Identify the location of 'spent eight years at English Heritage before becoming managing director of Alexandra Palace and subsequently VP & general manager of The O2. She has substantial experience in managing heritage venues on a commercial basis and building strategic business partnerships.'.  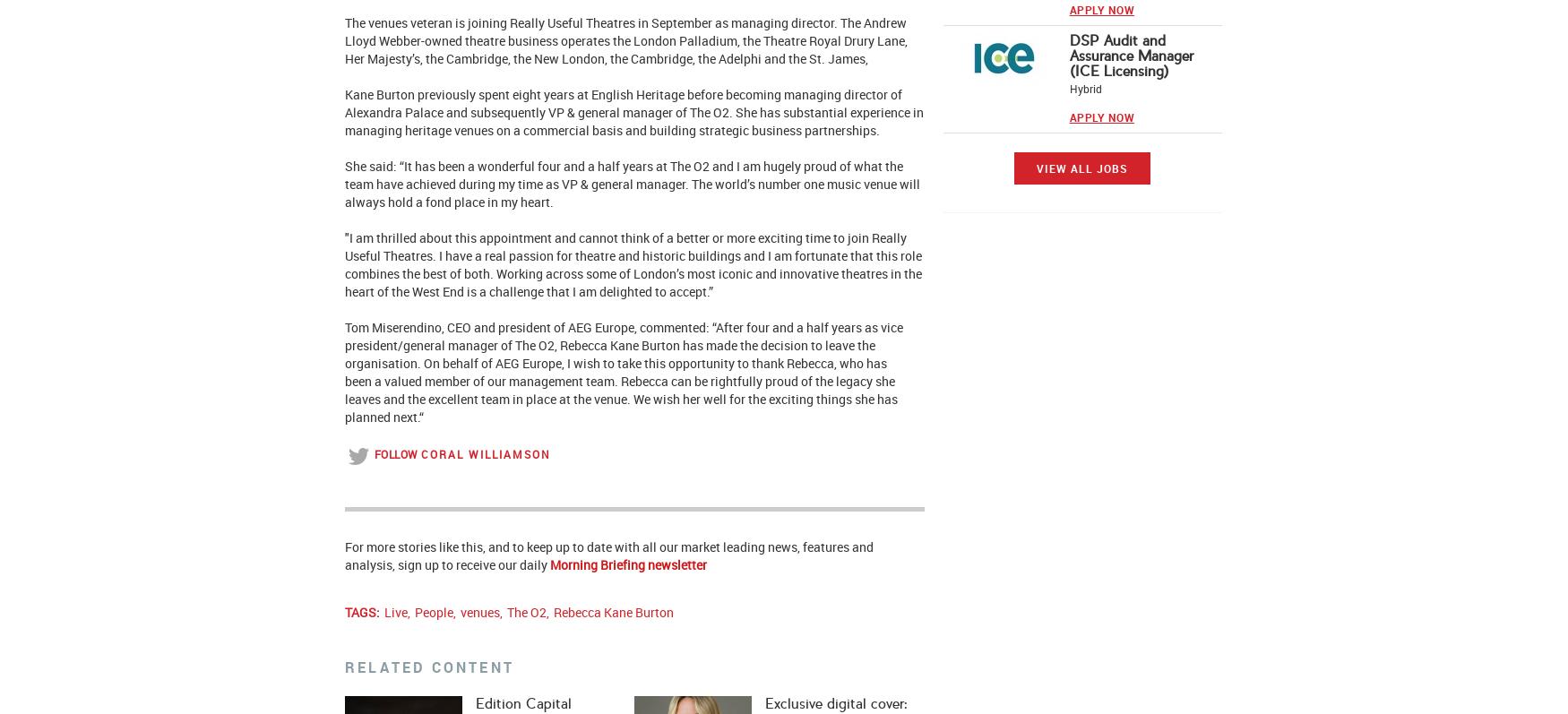
(634, 111).